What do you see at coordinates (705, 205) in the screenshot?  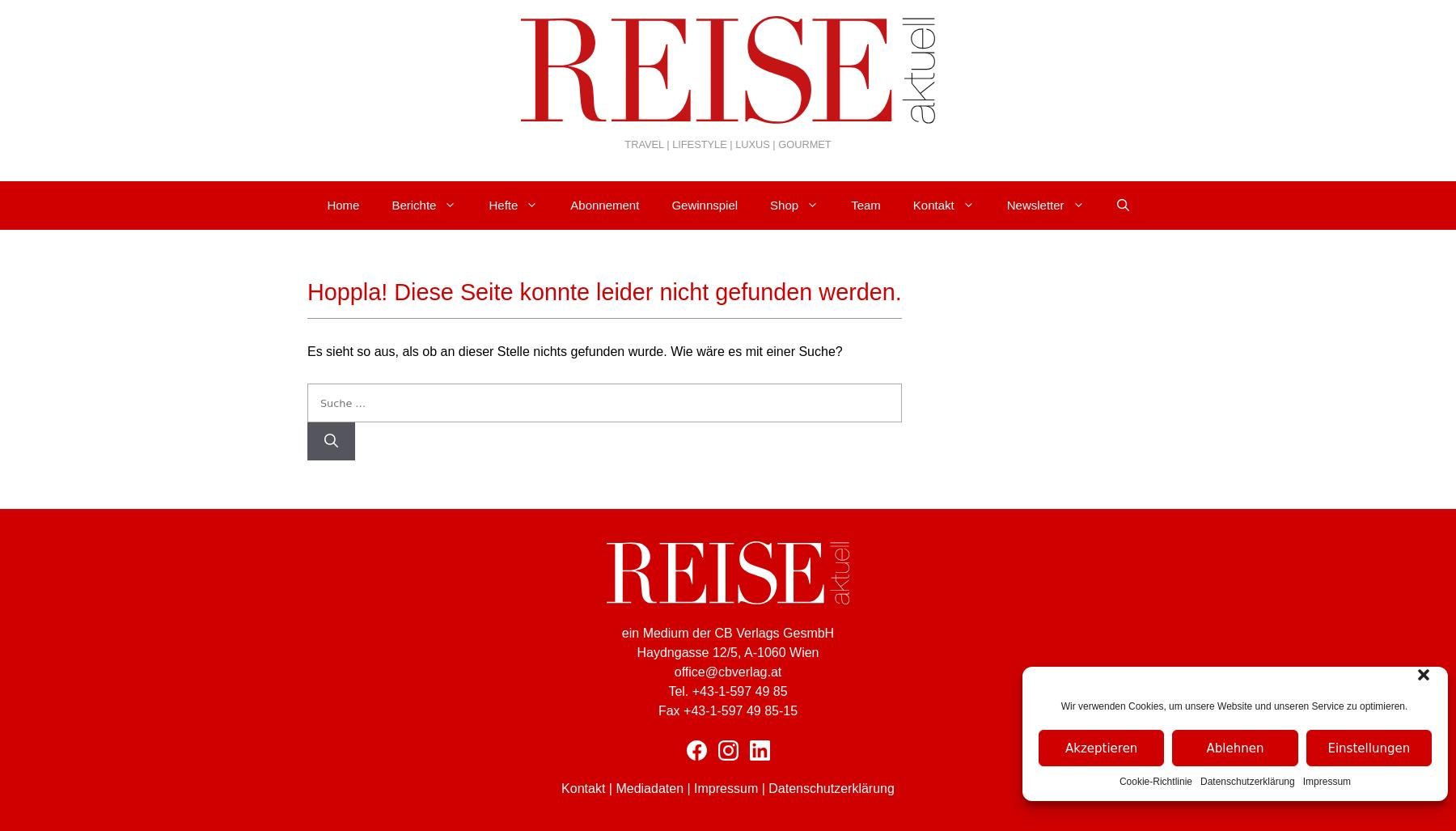 I see `'Gewinnspiel'` at bounding box center [705, 205].